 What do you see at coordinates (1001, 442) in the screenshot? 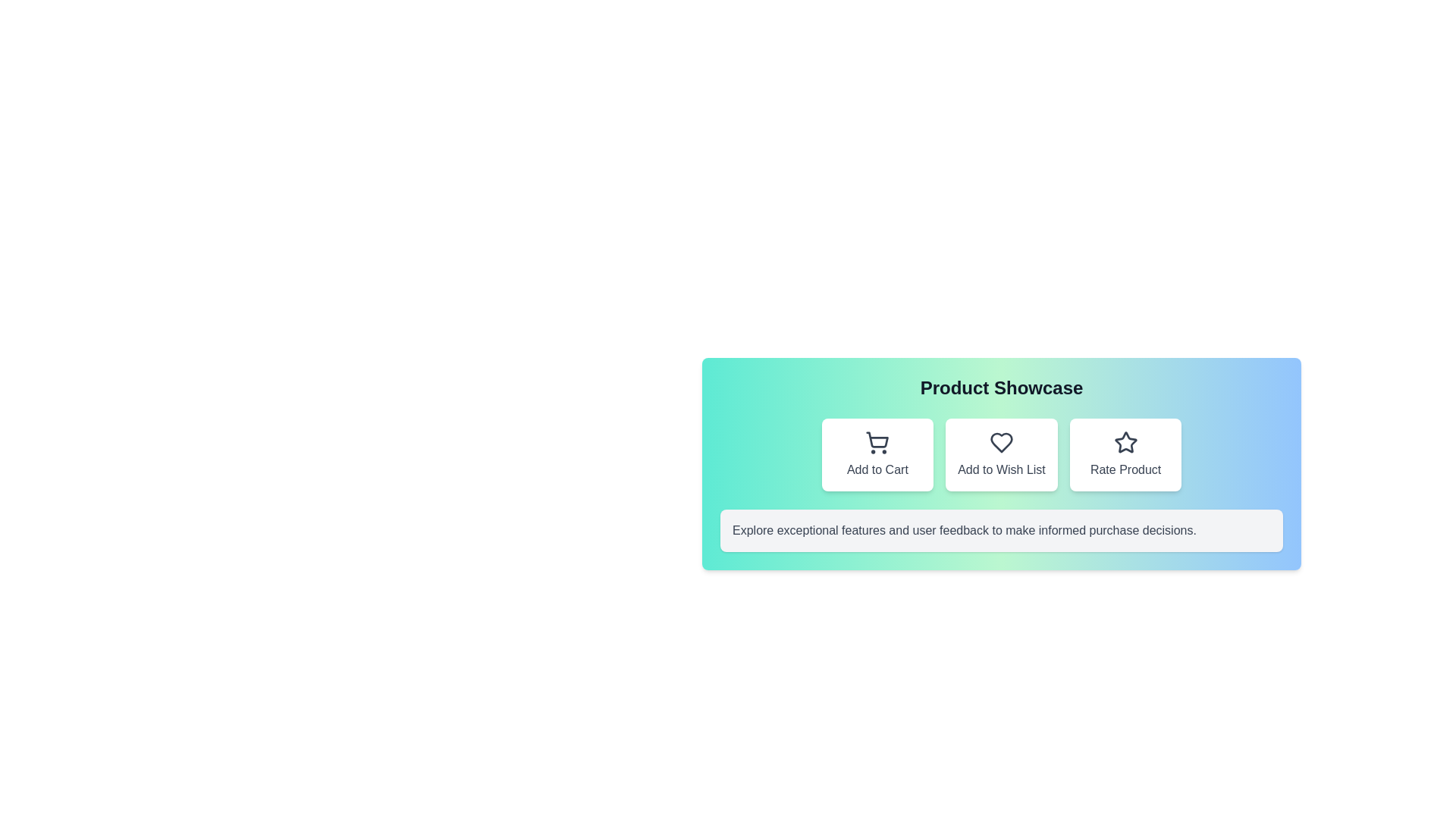
I see `the heart-shaped icon within the 'Add to Wish List' button` at bounding box center [1001, 442].